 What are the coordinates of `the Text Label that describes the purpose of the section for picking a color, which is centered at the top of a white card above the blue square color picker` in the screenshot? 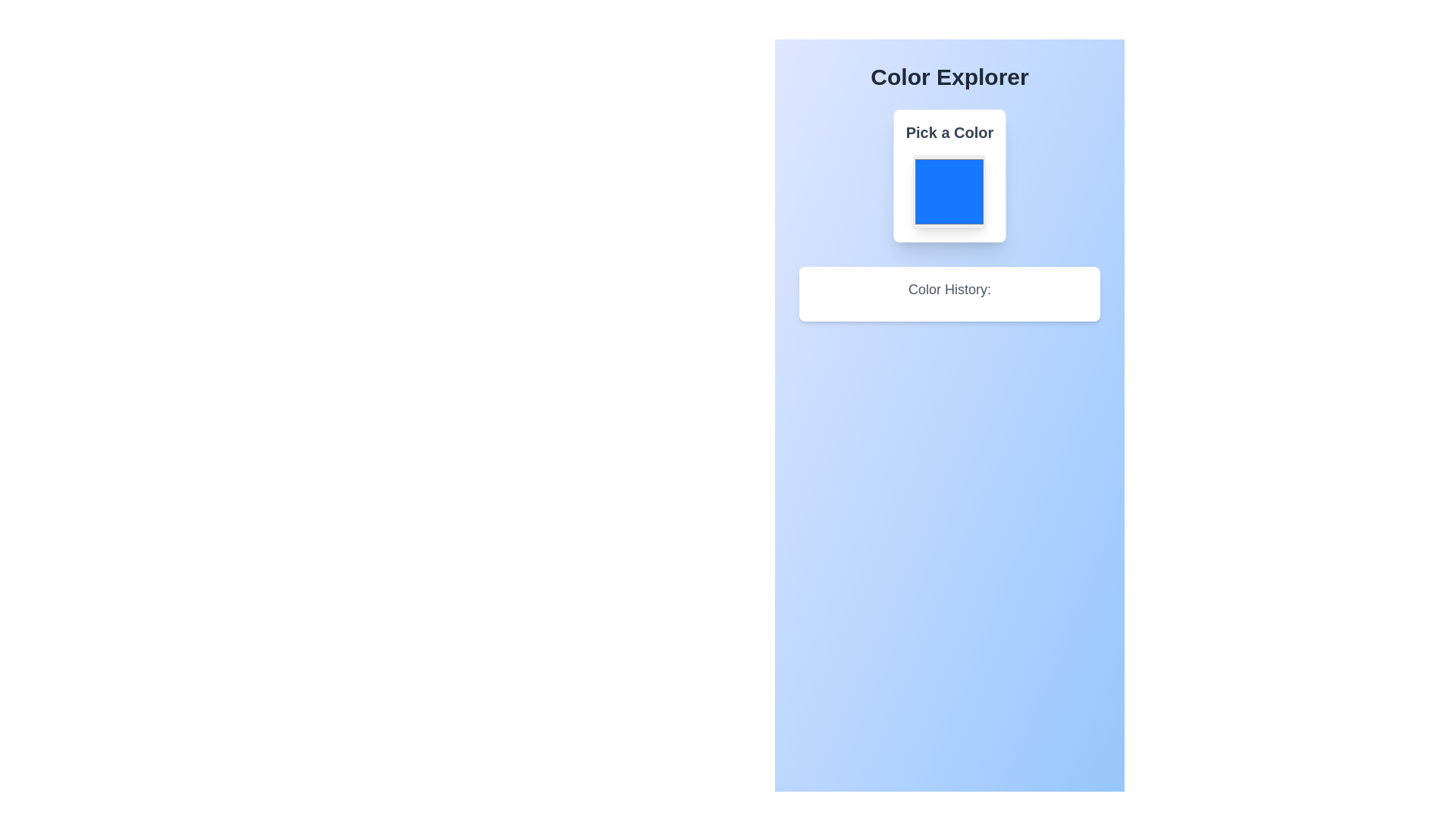 It's located at (949, 131).